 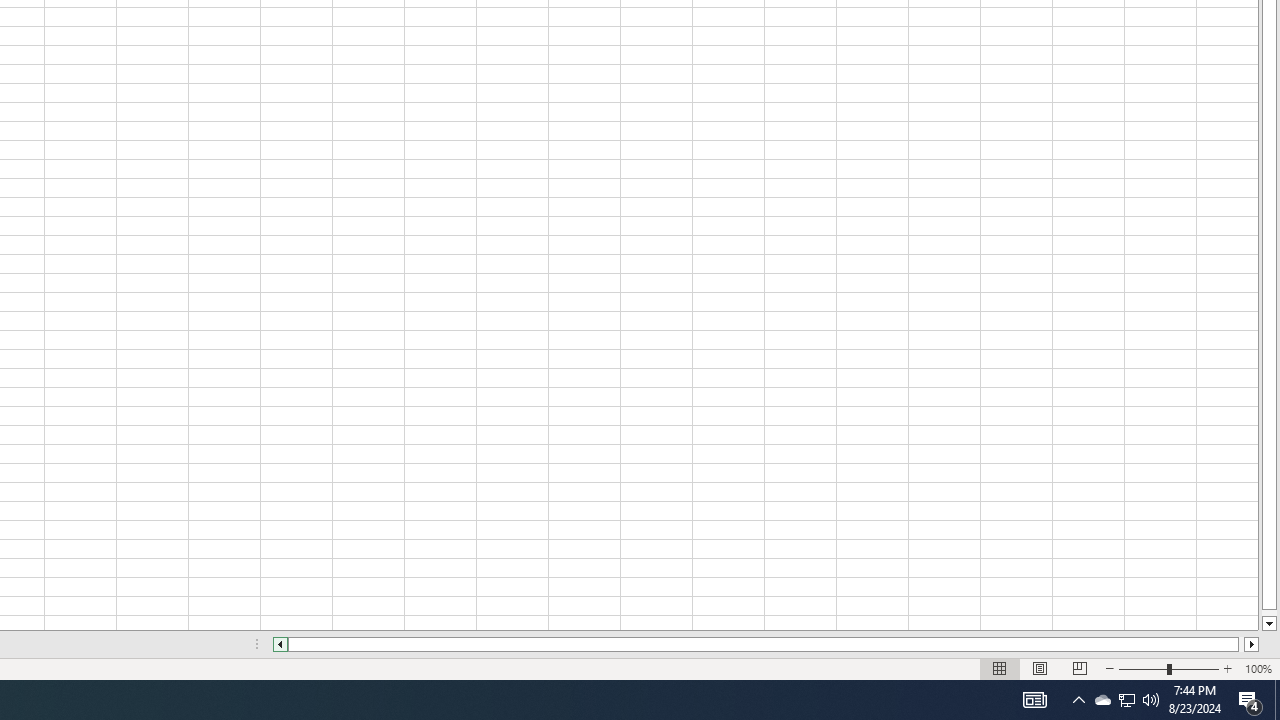 I want to click on 'Class: NetUIScrollBar', so click(x=765, y=644).